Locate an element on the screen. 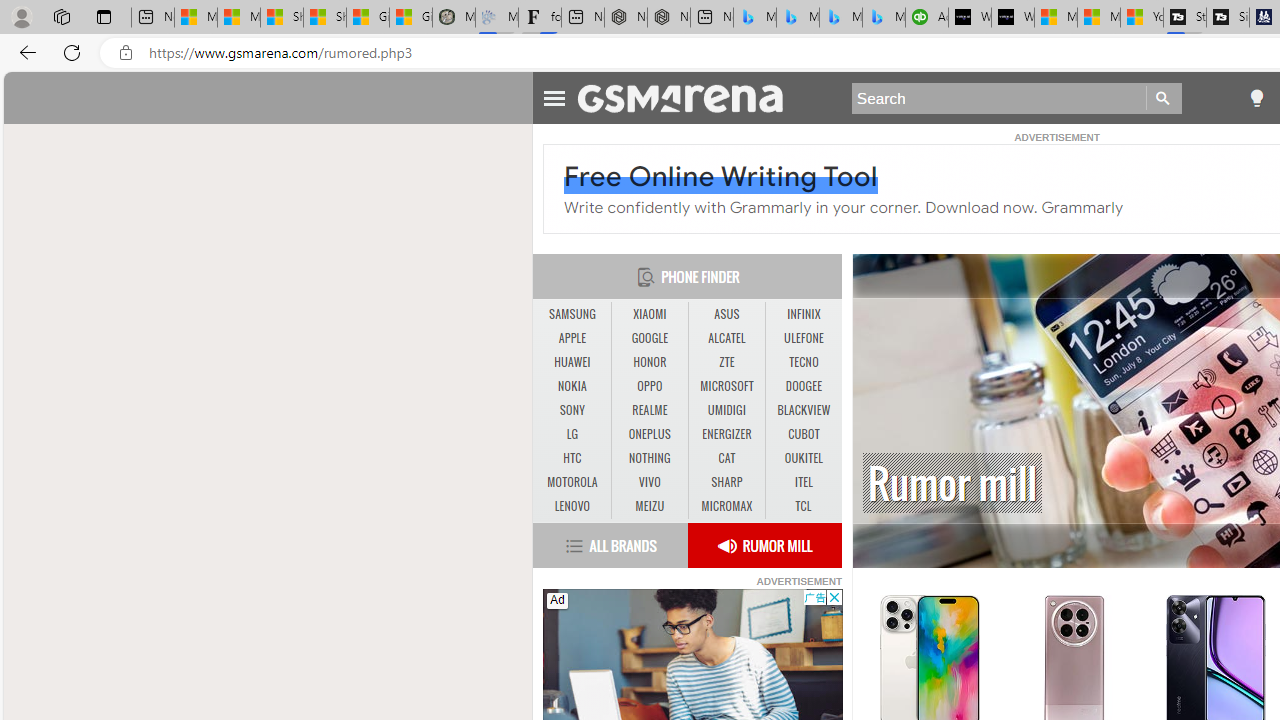 The width and height of the screenshot is (1280, 720). 'INFINIX' is located at coordinates (803, 314).